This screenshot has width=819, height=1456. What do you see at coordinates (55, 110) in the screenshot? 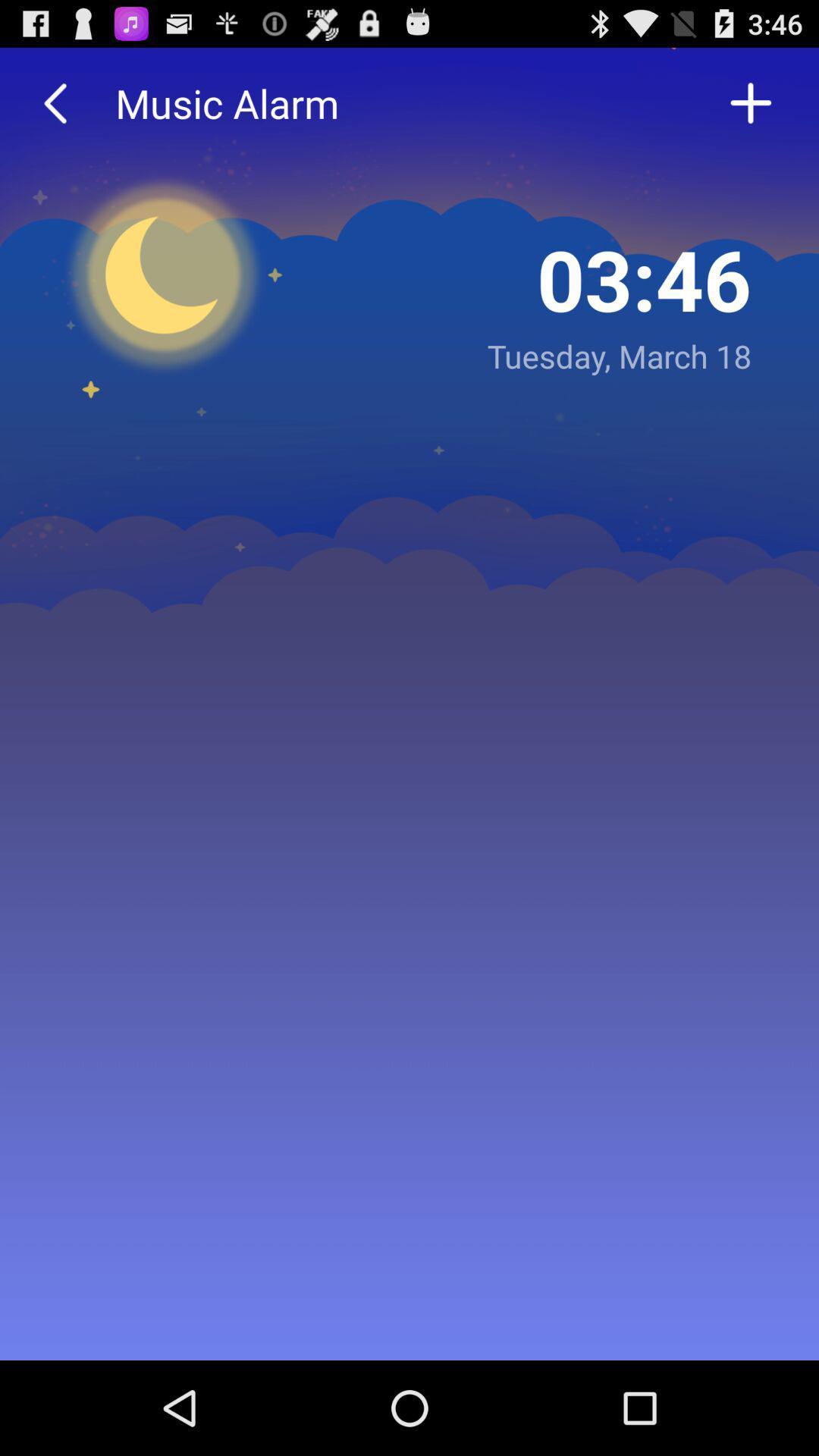
I see `the arrow_backward icon` at bounding box center [55, 110].